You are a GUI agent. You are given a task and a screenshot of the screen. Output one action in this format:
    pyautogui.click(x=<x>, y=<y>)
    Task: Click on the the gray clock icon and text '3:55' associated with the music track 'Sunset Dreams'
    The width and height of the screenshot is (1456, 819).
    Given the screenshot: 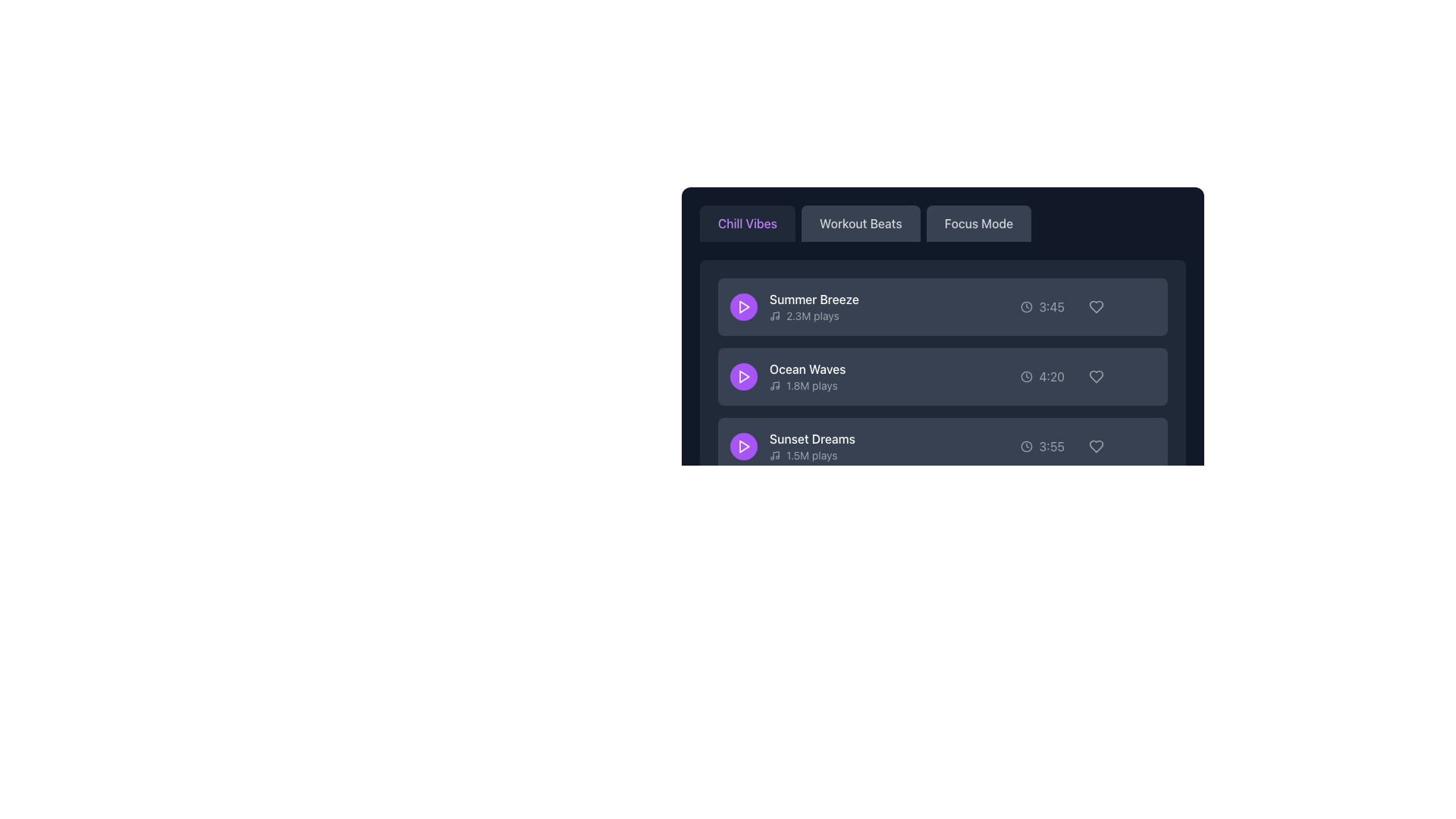 What is the action you would take?
    pyautogui.click(x=1041, y=446)
    